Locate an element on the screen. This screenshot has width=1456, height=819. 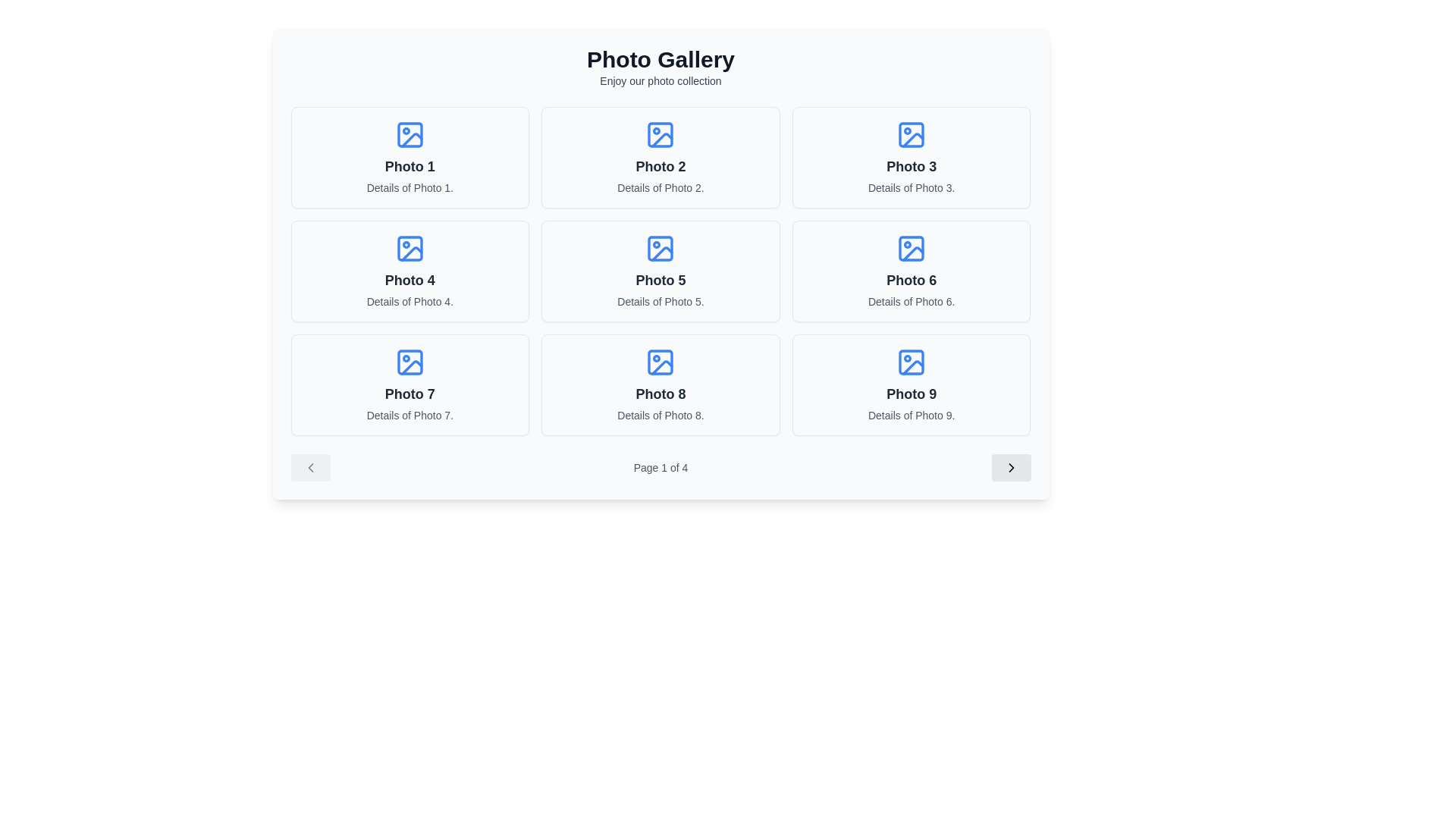
the icon that visually signifies the content type (image) associated with the 'Photo 2' card, located in the center of the card's upper section, above the text is located at coordinates (661, 133).